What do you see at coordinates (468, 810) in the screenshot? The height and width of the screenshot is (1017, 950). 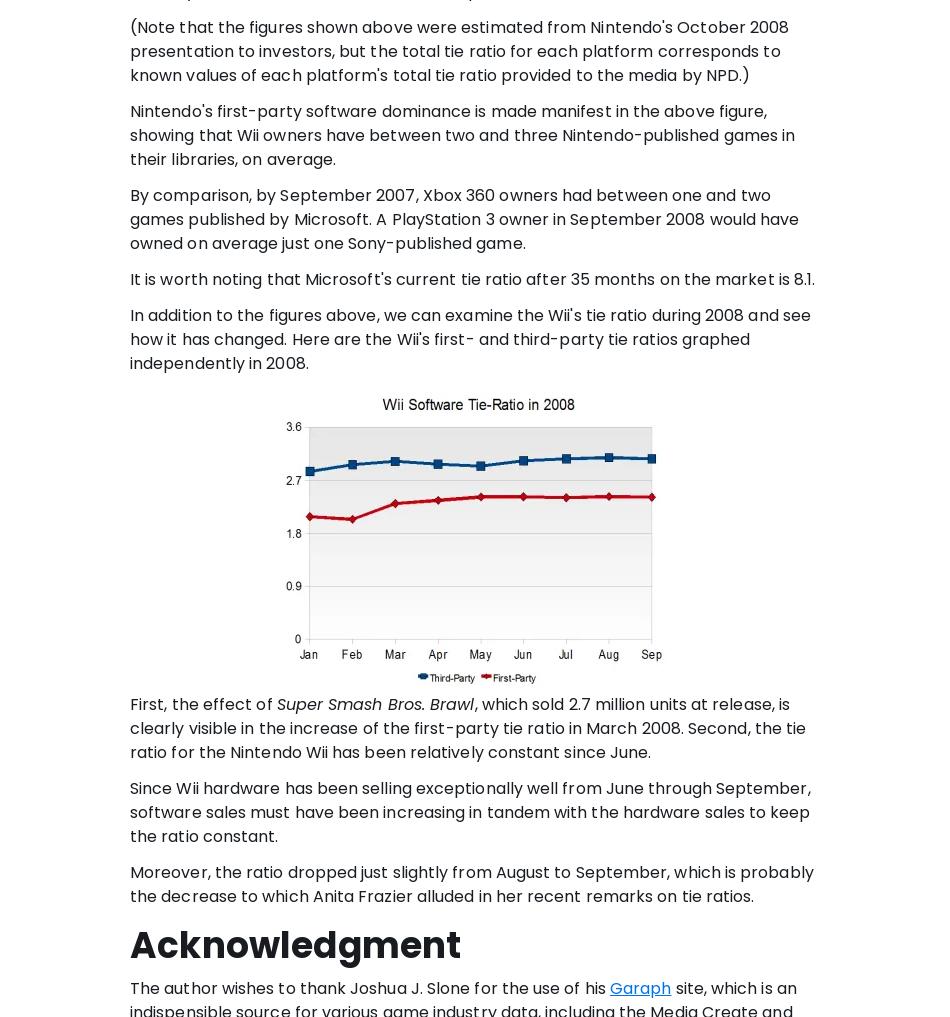 I see `'Since Wii
hardware has been selling exceptionally well from June through
September, software sales must have been increasing in tandem with
the hardware sales to keep the ratio constant.'` at bounding box center [468, 810].